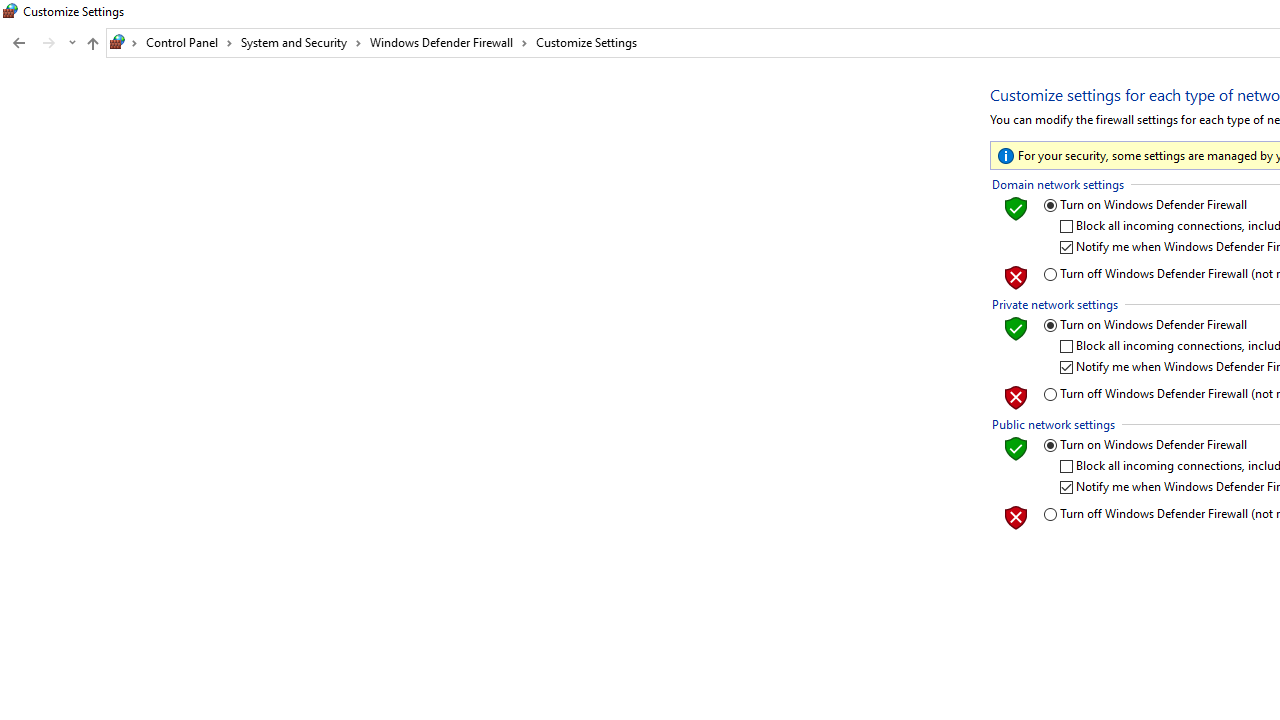  I want to click on 'Forward (Alt + Right Arrow)', so click(49, 43).